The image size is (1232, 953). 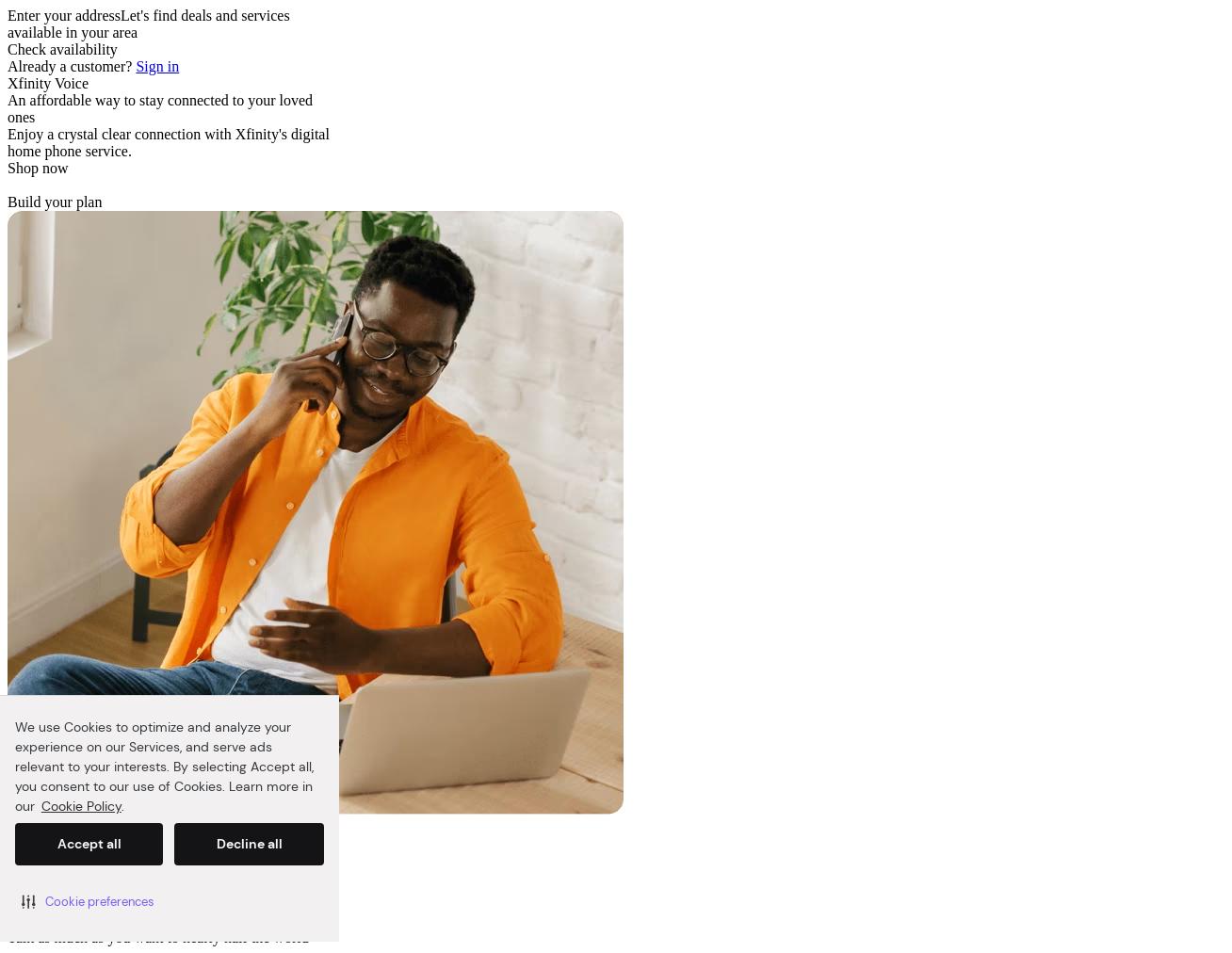 What do you see at coordinates (120, 804) in the screenshot?
I see `'.'` at bounding box center [120, 804].